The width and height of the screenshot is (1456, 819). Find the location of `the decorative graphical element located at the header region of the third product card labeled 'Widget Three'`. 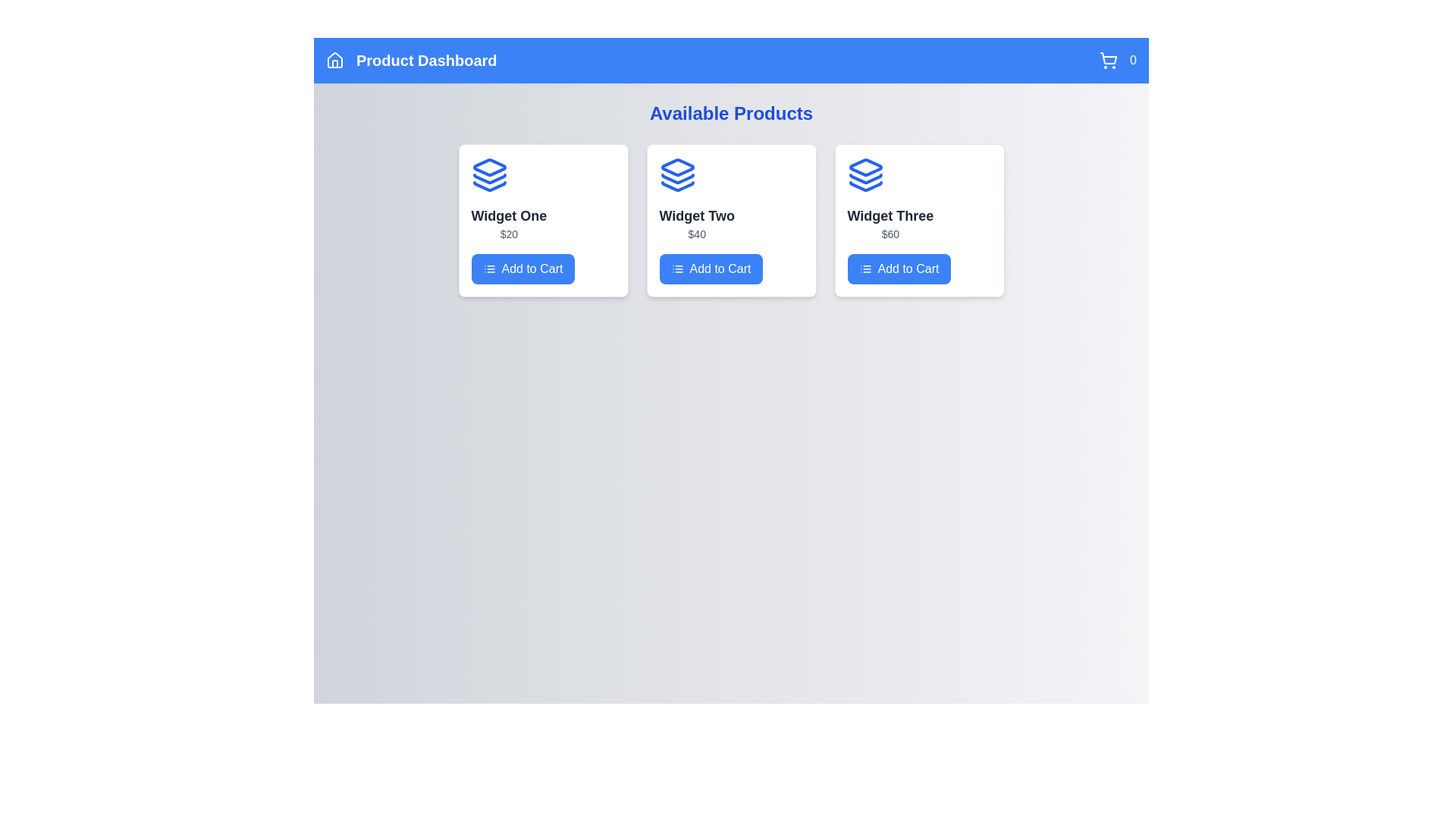

the decorative graphical element located at the header region of the third product card labeled 'Widget Three' is located at coordinates (865, 167).